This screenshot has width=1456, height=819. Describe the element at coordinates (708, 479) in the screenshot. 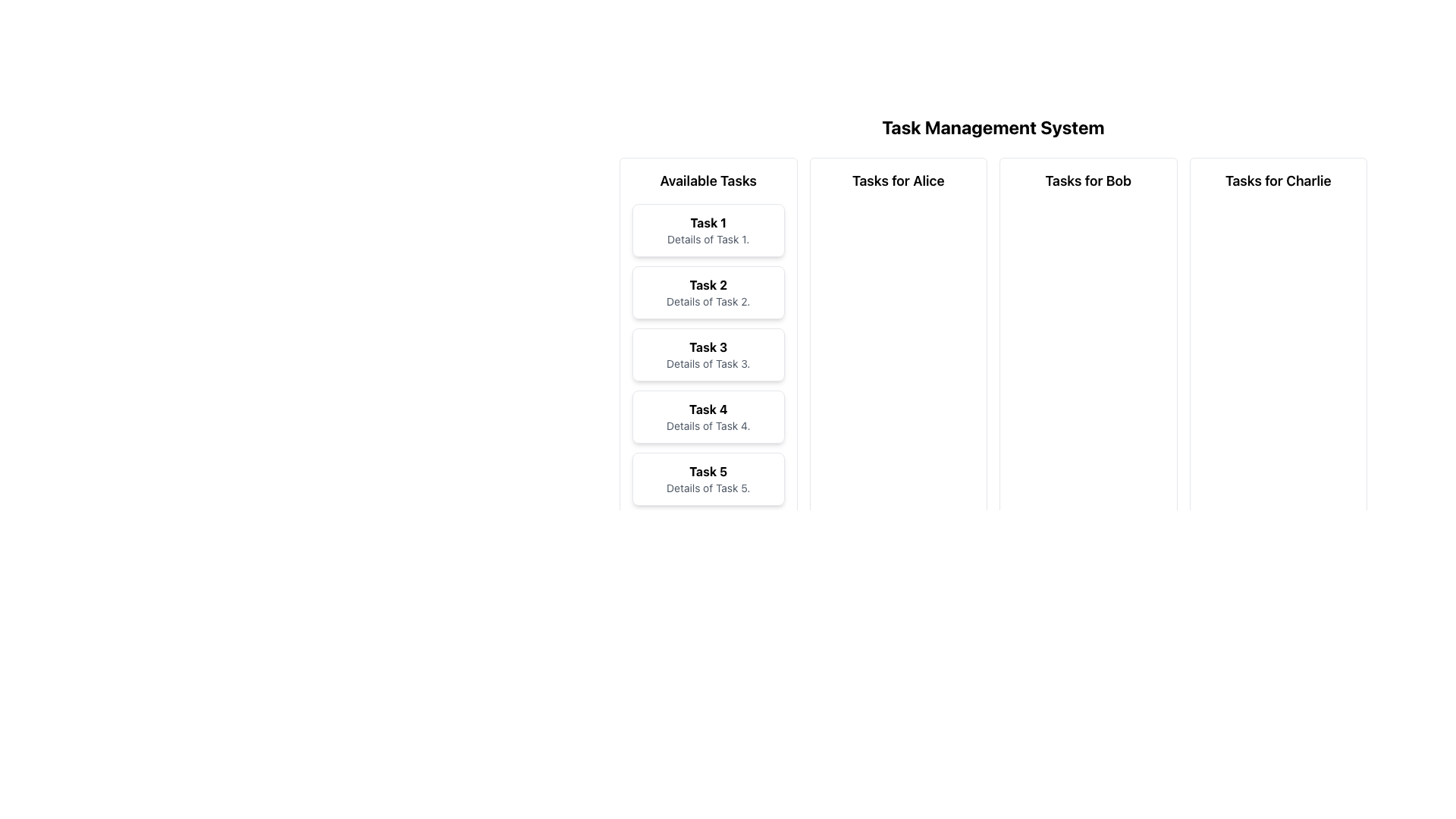

I see `the fifth task card in the task management system` at that location.